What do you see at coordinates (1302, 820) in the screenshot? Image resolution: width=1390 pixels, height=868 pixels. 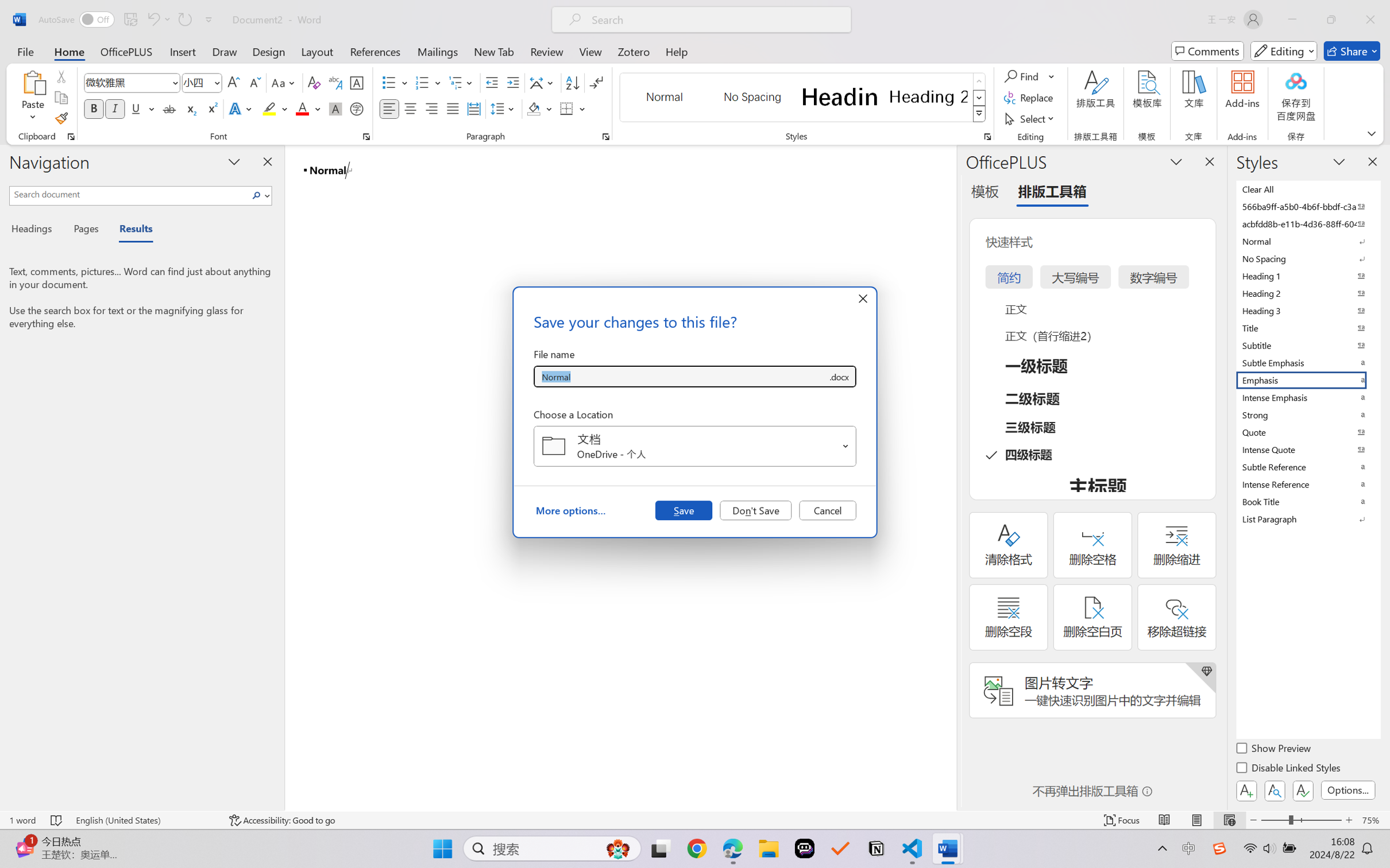 I see `'Zoom'` at bounding box center [1302, 820].